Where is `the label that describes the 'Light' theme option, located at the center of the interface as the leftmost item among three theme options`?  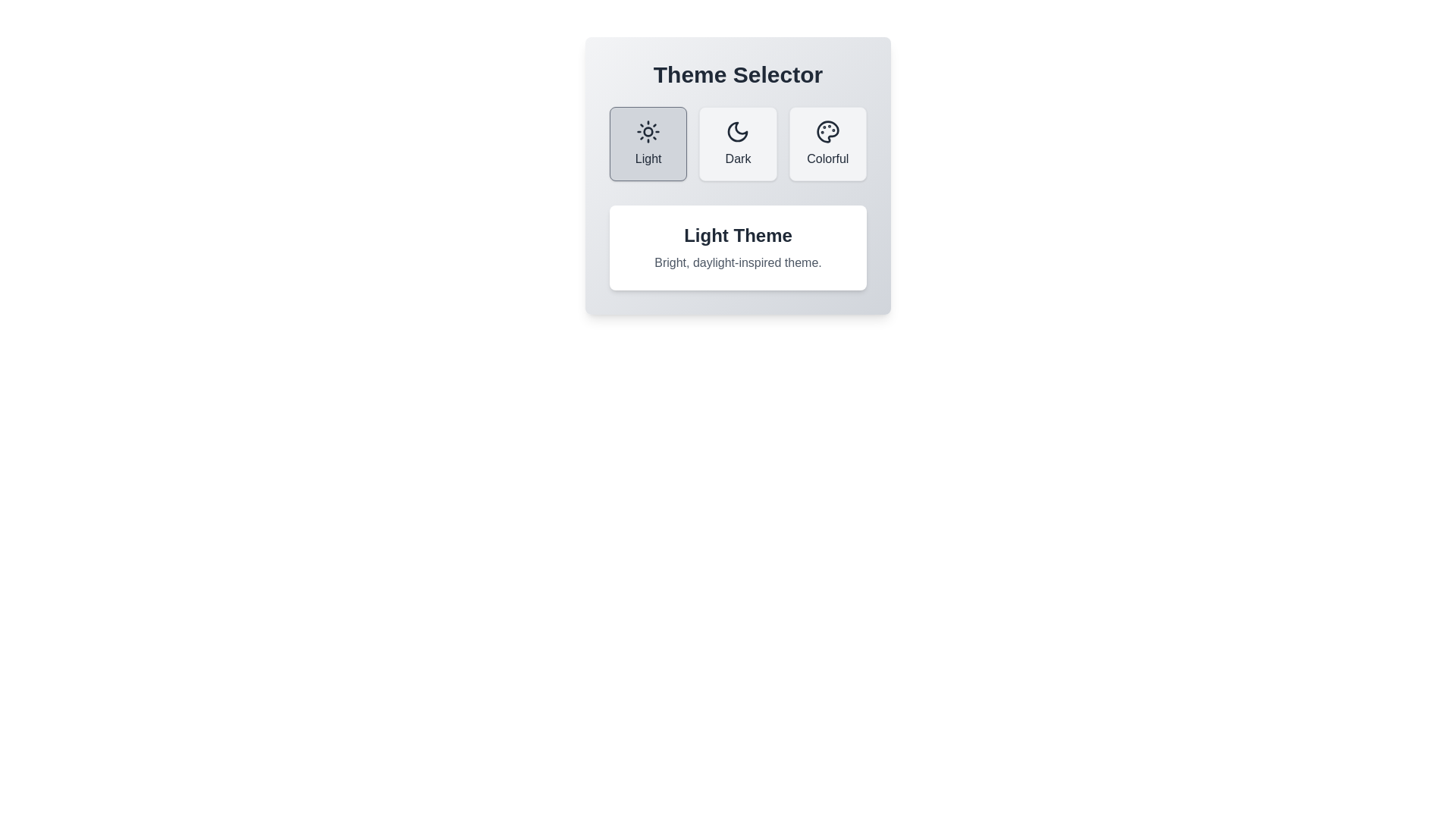 the label that describes the 'Light' theme option, located at the center of the interface as the leftmost item among three theme options is located at coordinates (648, 158).